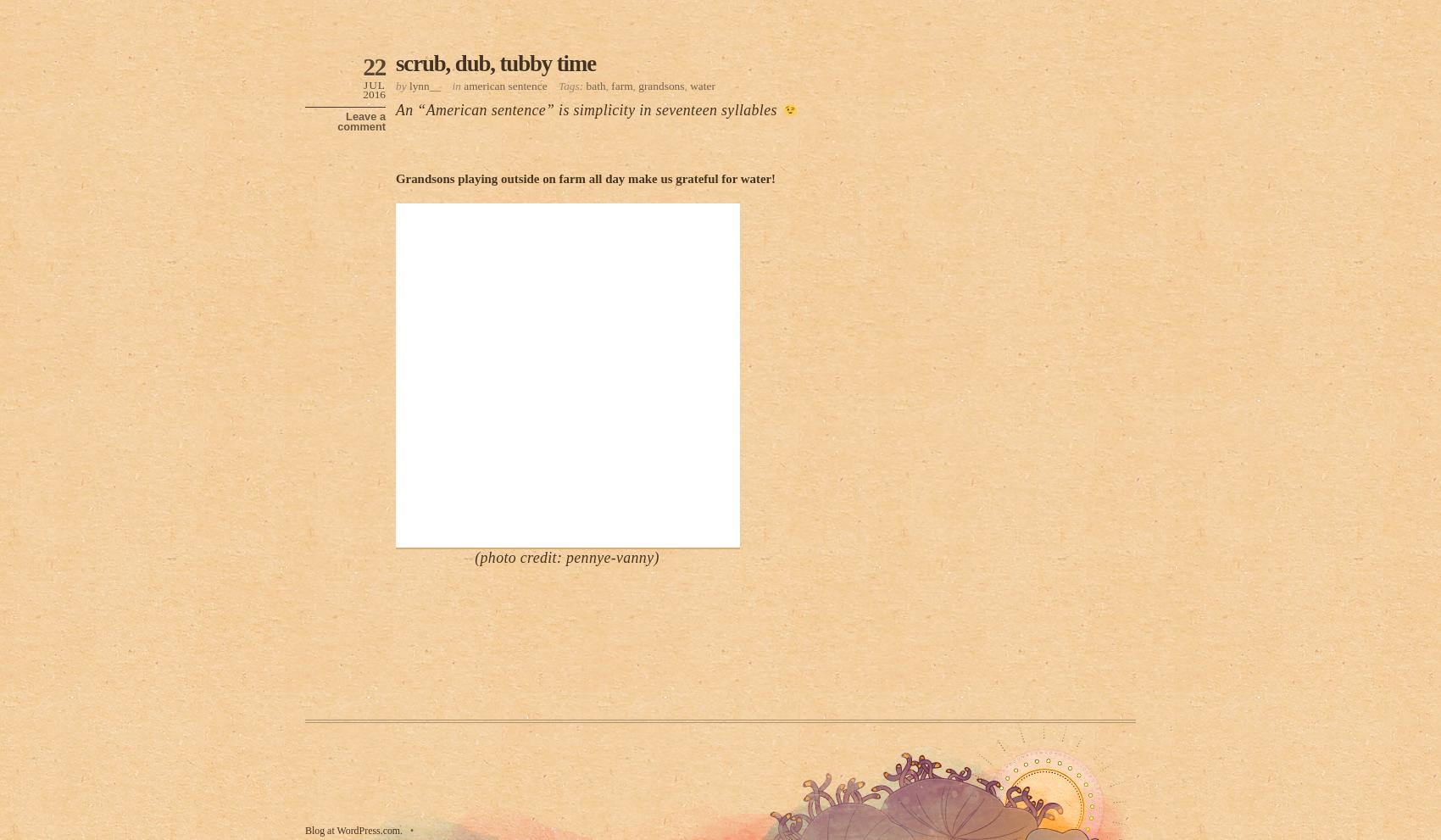 Image resolution: width=1441 pixels, height=840 pixels. I want to click on 'lynn__', so click(424, 84).